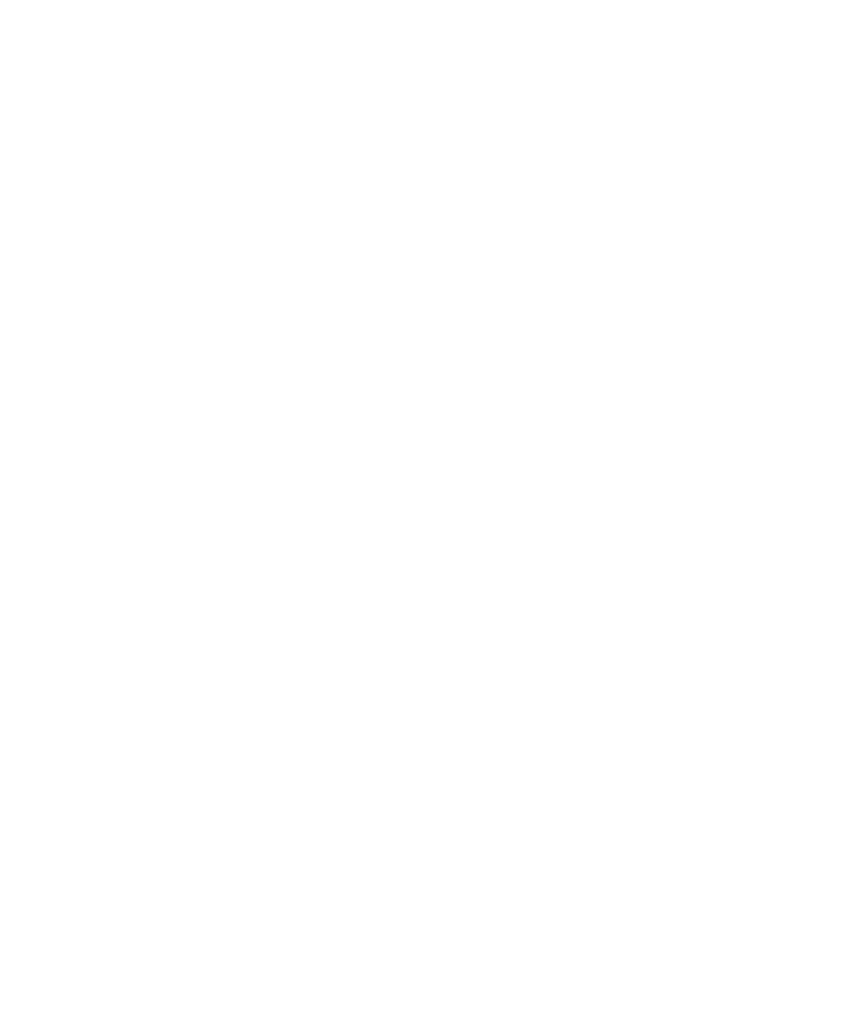 This screenshot has width=853, height=1027. Describe the element at coordinates (327, 32) in the screenshot. I see `'The post report purchase support provided by 360iResearch was excellent.'` at that location.